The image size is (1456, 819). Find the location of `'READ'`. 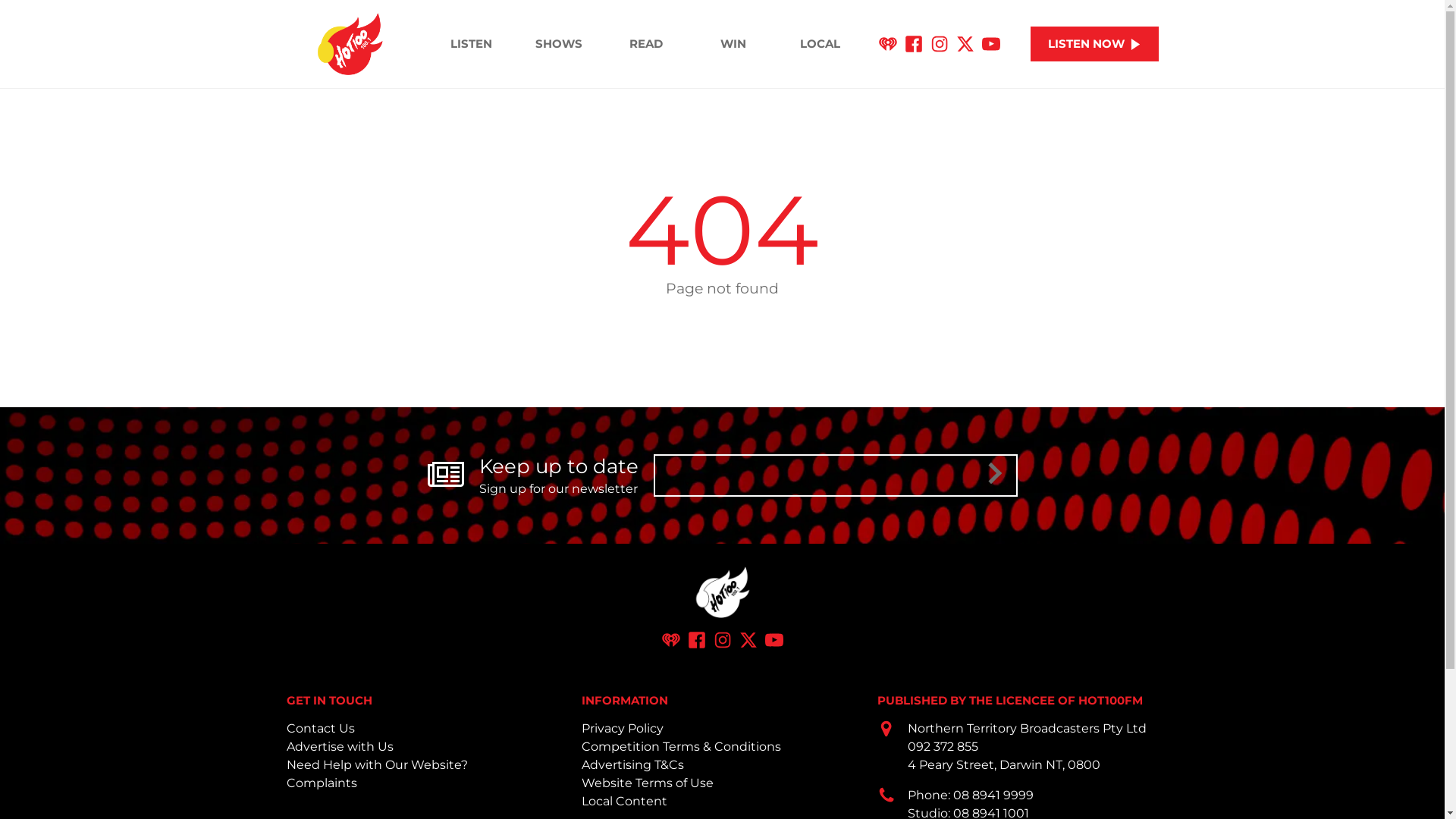

'READ' is located at coordinates (645, 42).